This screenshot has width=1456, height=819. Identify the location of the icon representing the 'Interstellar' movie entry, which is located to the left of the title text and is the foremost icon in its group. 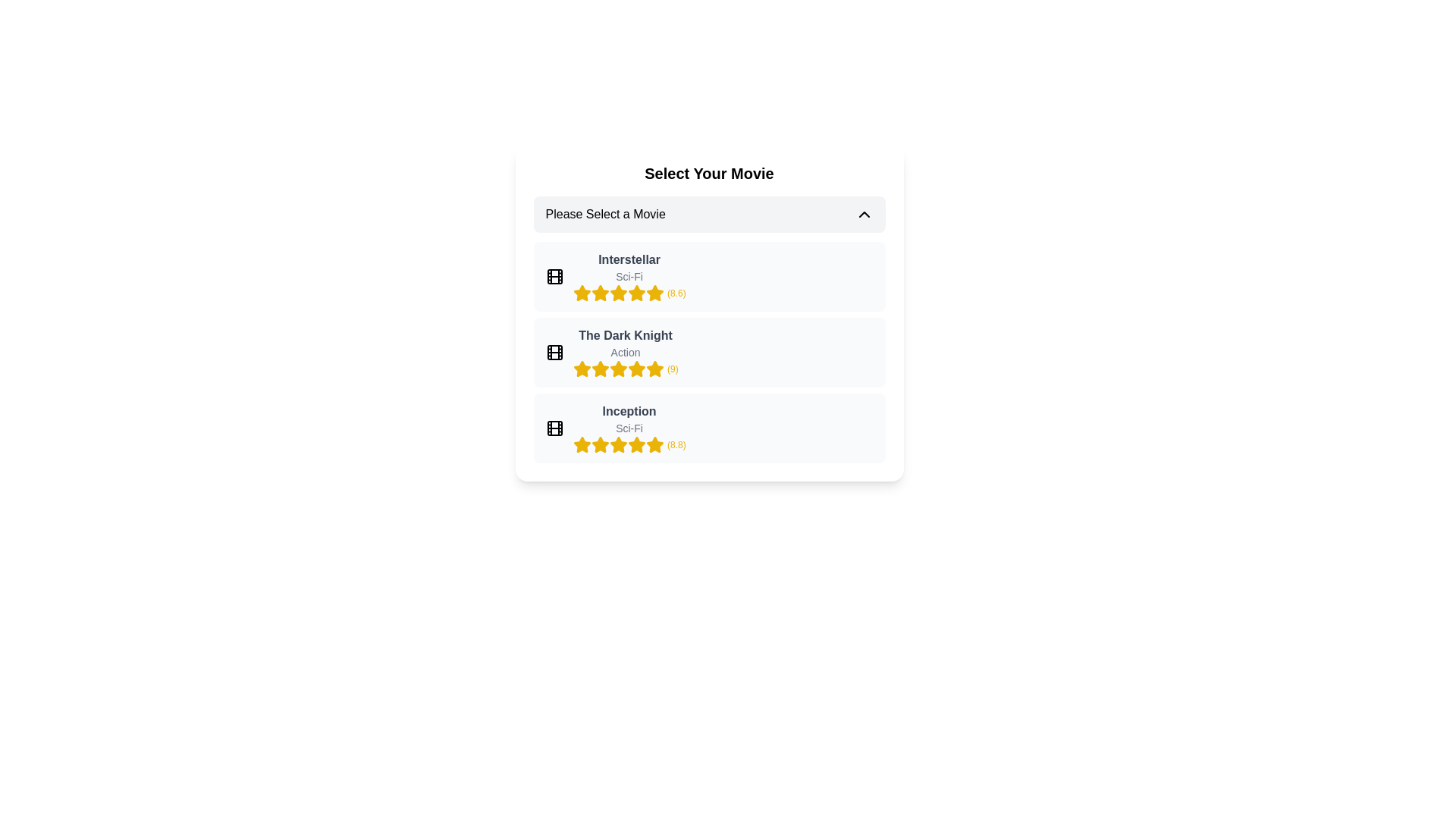
(554, 277).